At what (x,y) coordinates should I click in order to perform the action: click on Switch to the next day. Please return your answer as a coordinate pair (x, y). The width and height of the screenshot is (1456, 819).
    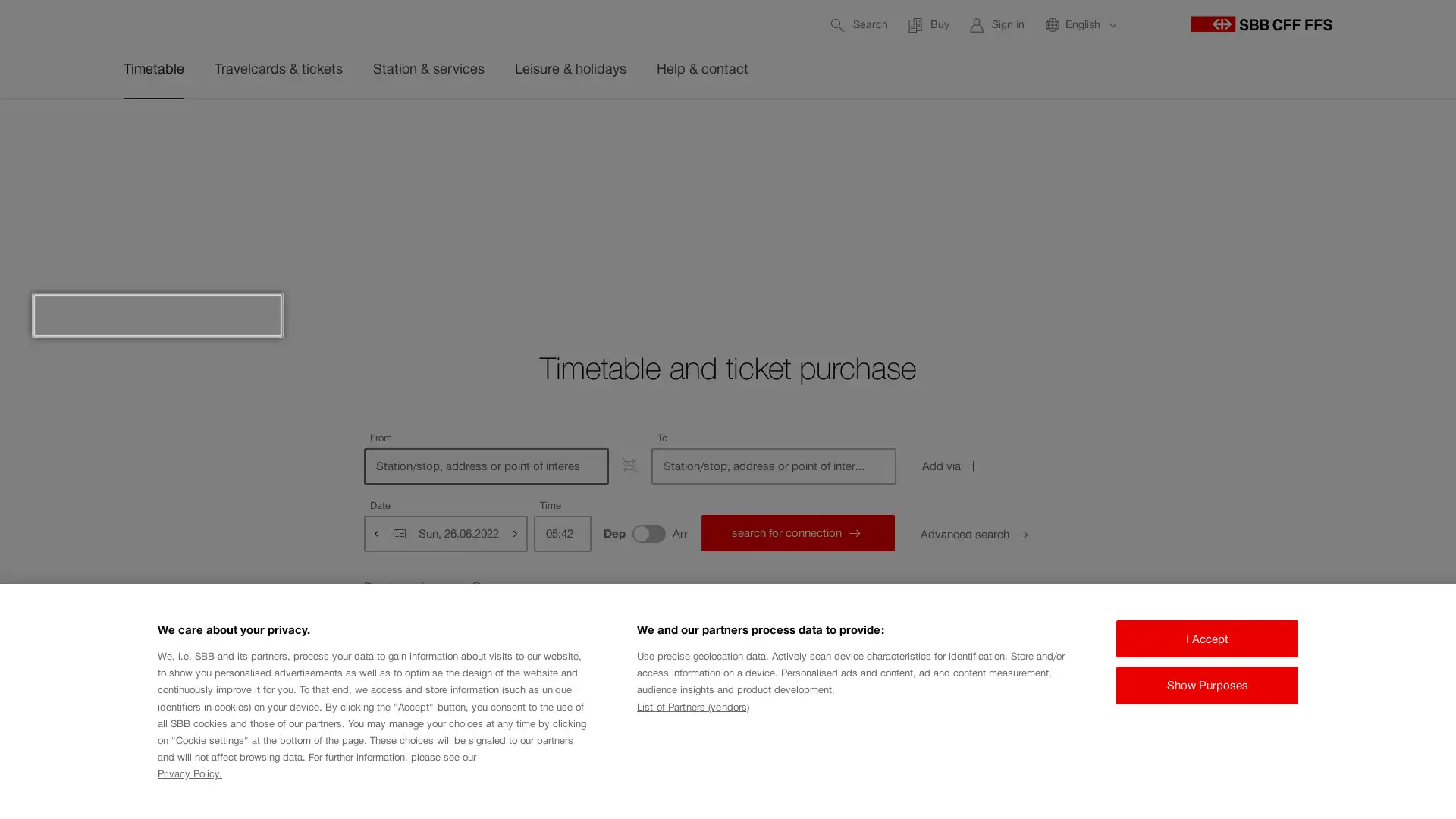
    Looking at the image, I should click on (513, 532).